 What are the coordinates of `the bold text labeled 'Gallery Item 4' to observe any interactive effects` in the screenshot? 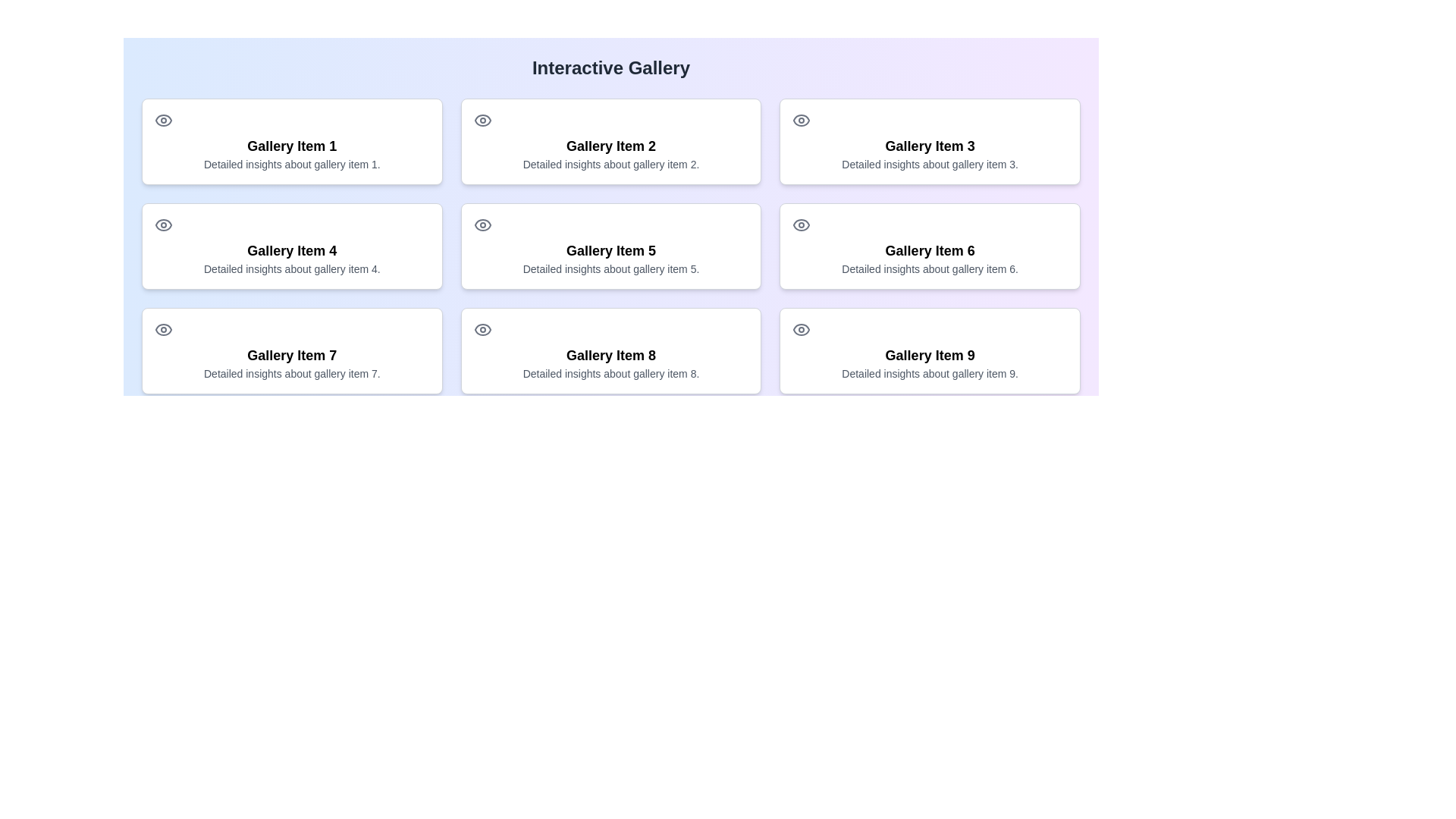 It's located at (292, 250).